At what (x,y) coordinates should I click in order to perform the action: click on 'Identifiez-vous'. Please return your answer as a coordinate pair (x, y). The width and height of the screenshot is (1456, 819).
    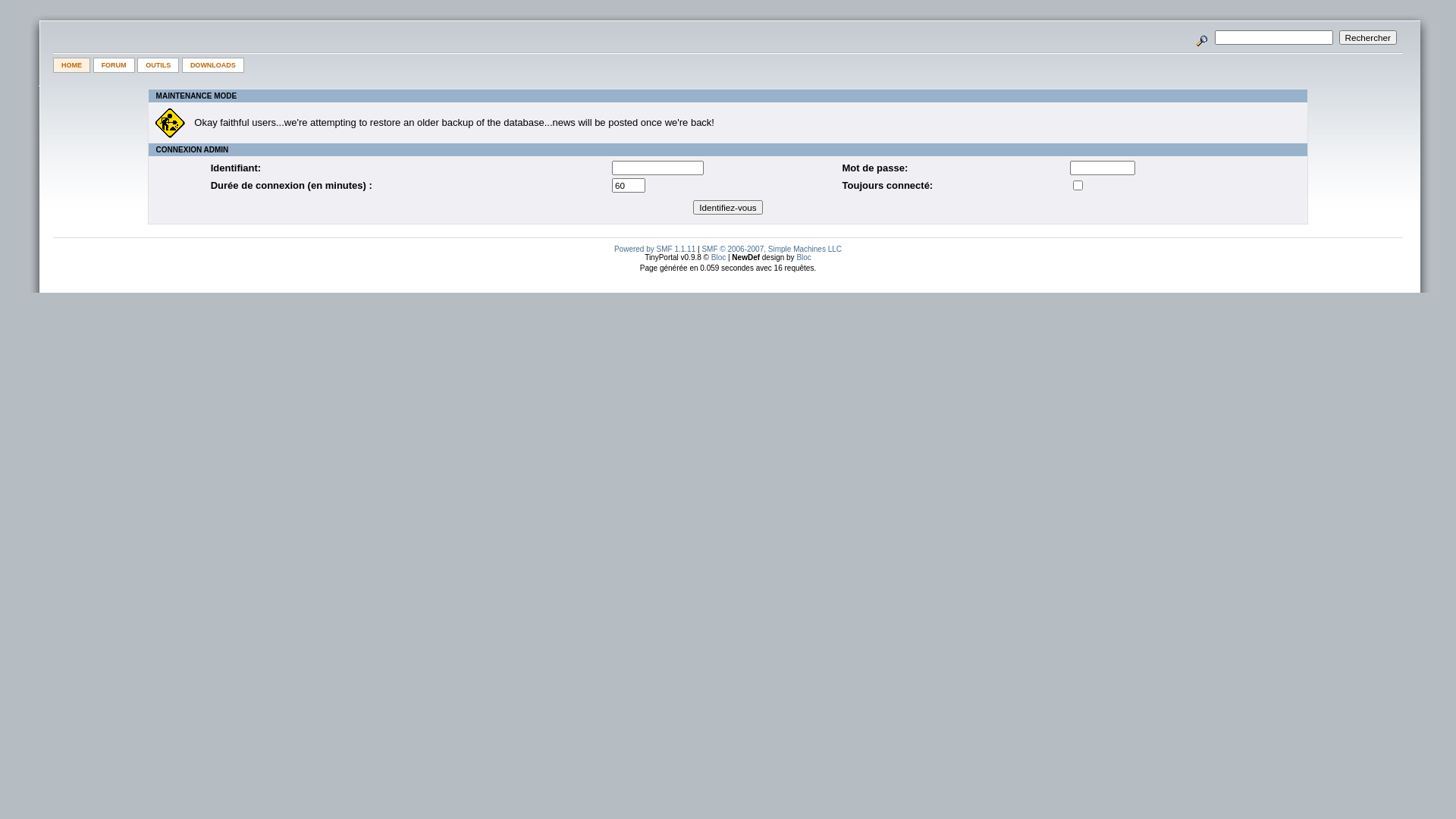
    Looking at the image, I should click on (692, 207).